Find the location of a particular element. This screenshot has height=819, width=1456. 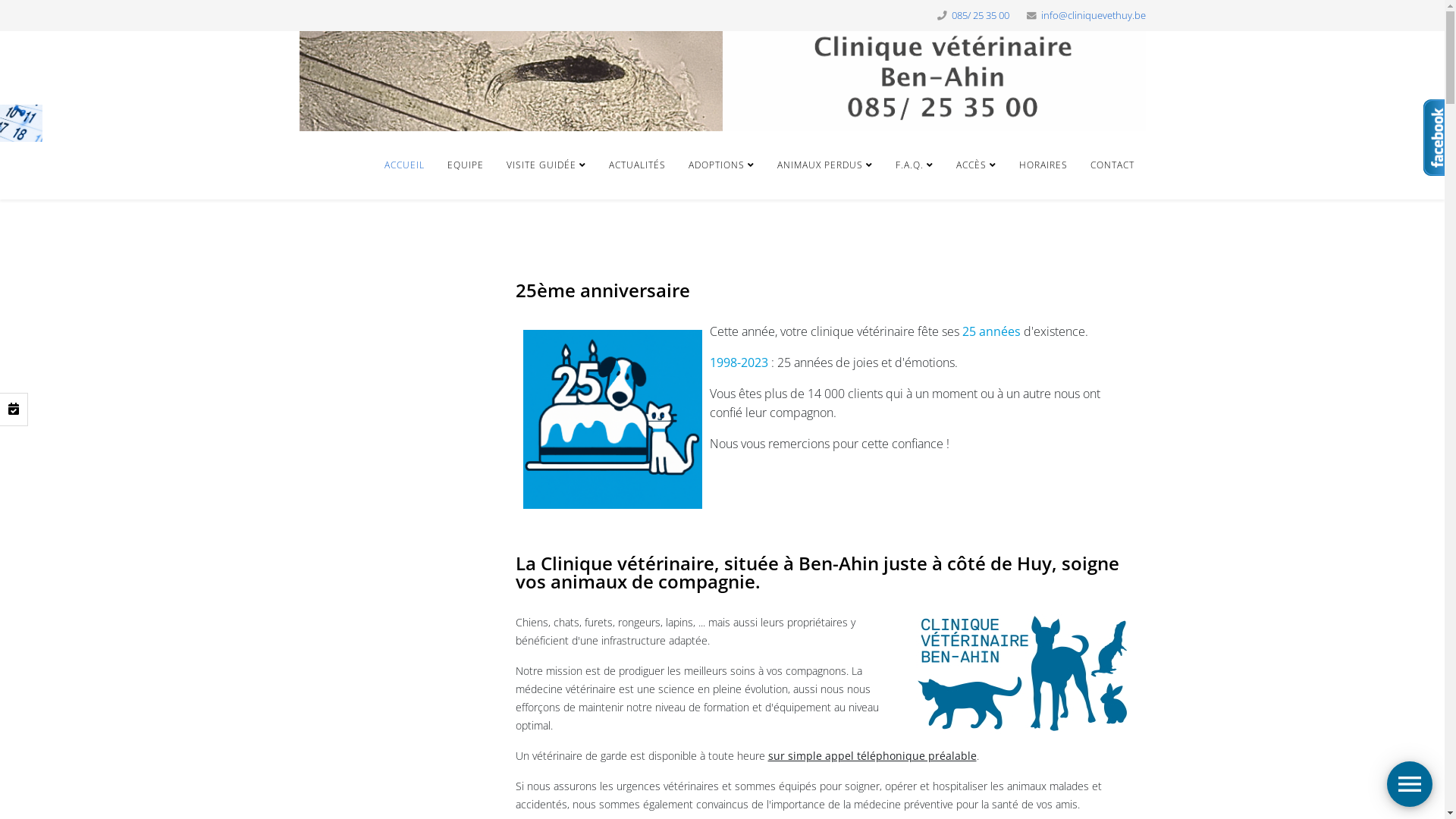

'HORAIRES' is located at coordinates (1041, 165).